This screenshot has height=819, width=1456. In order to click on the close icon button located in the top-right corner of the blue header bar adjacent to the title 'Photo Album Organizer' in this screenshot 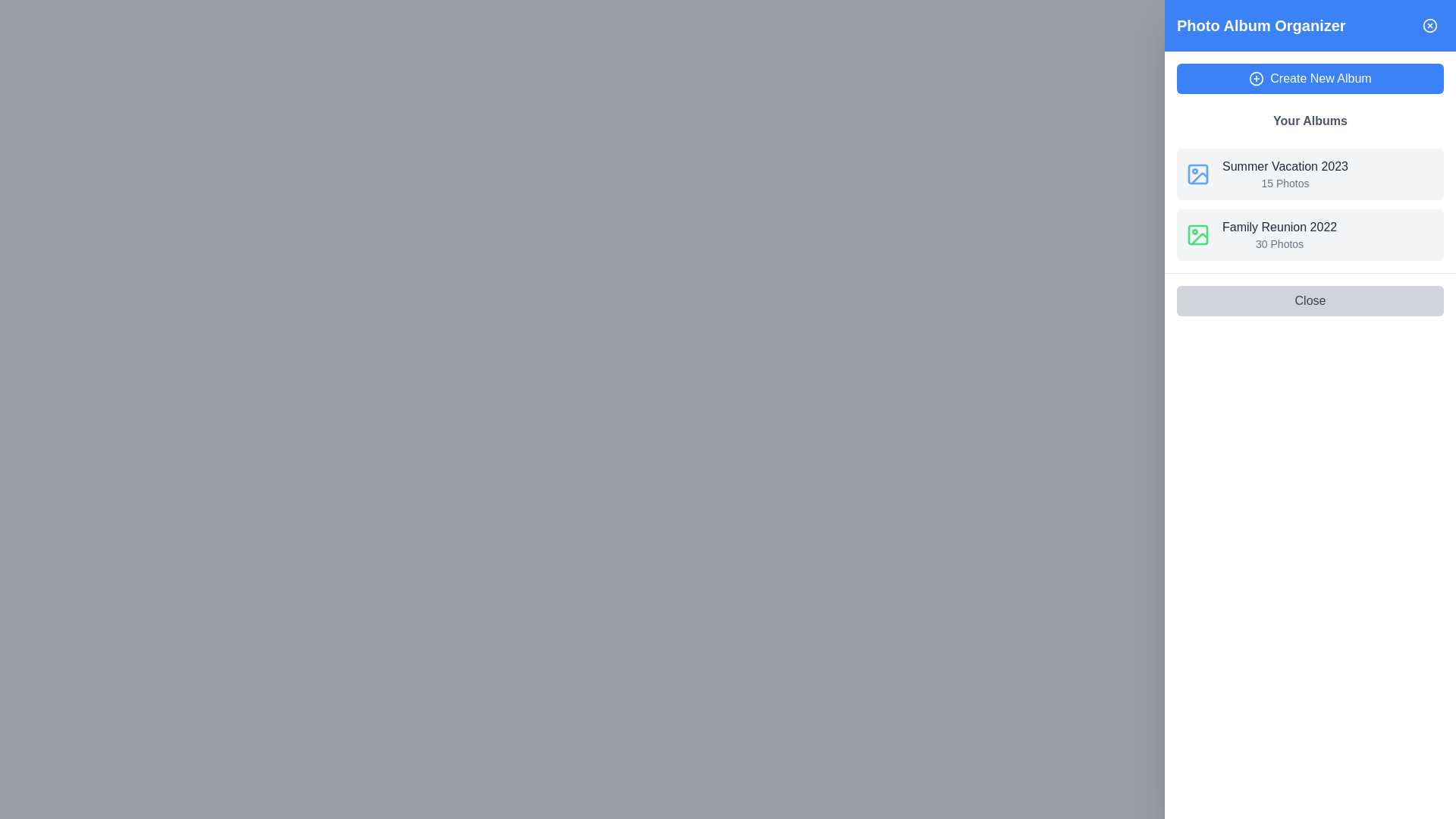, I will do `click(1429, 26)`.